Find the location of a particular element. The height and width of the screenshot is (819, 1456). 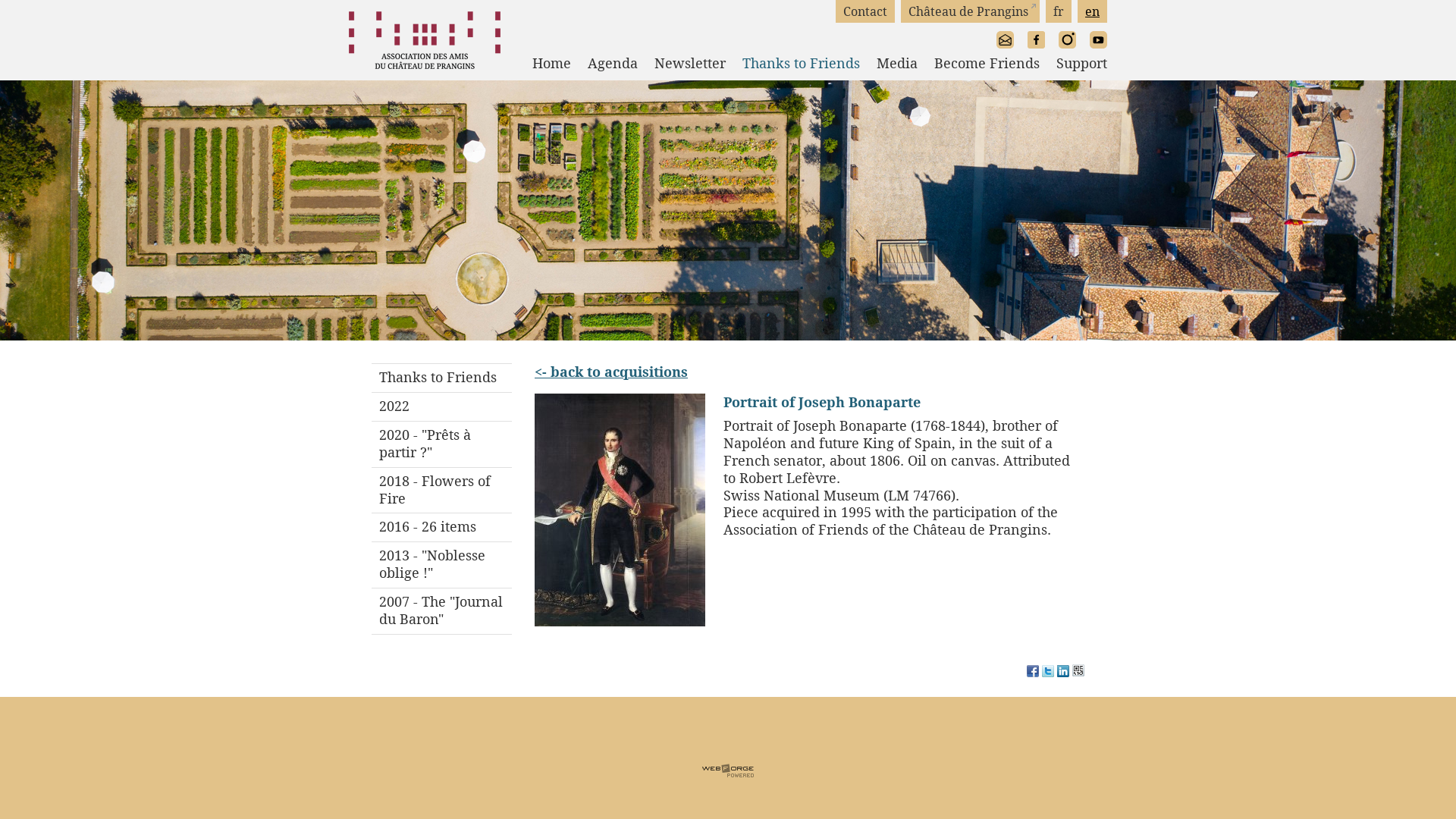

'2016 - 26 items' is located at coordinates (441, 526).